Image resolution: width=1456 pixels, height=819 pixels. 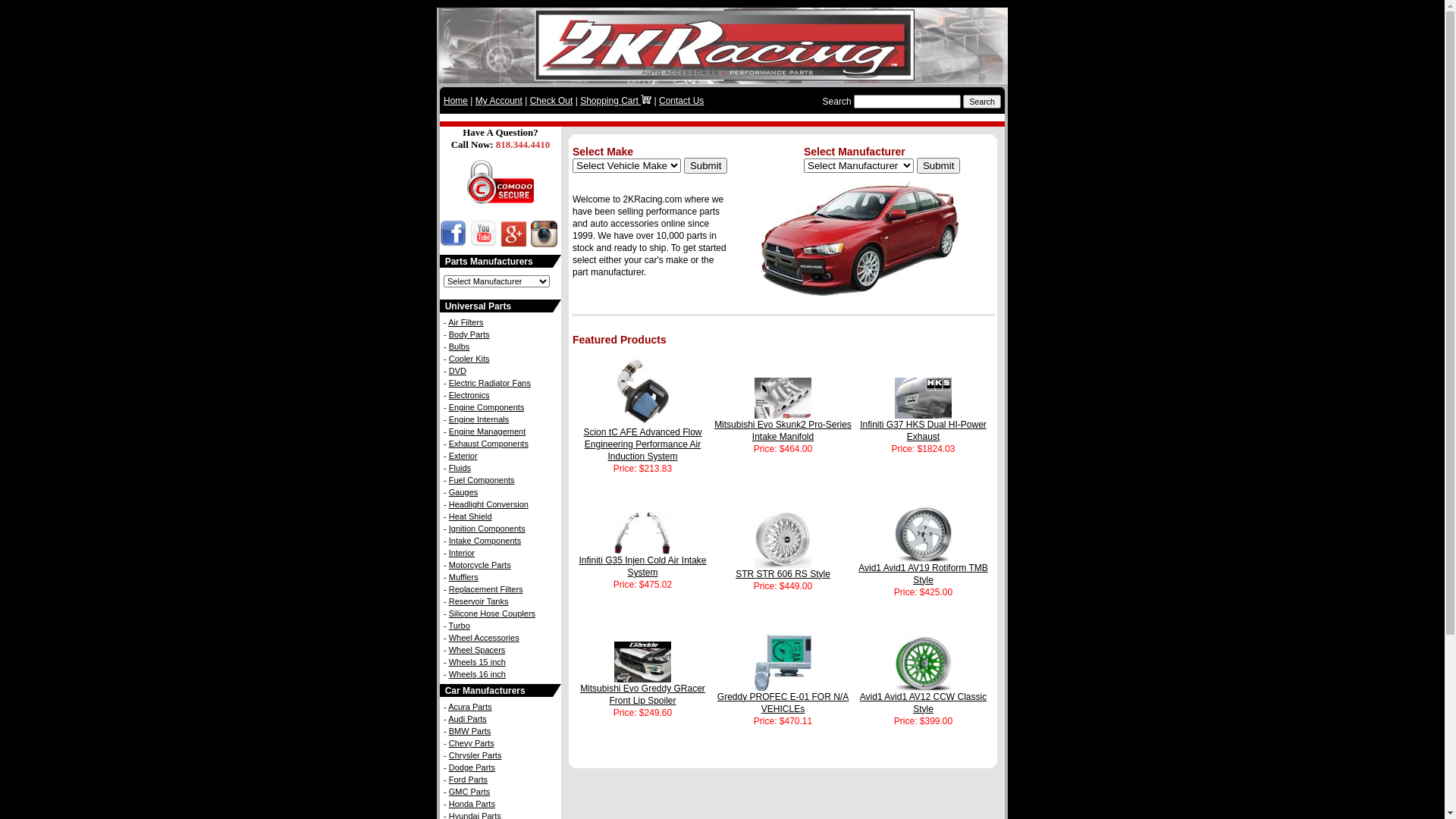 What do you see at coordinates (488, 504) in the screenshot?
I see `'Headlight Conversion'` at bounding box center [488, 504].